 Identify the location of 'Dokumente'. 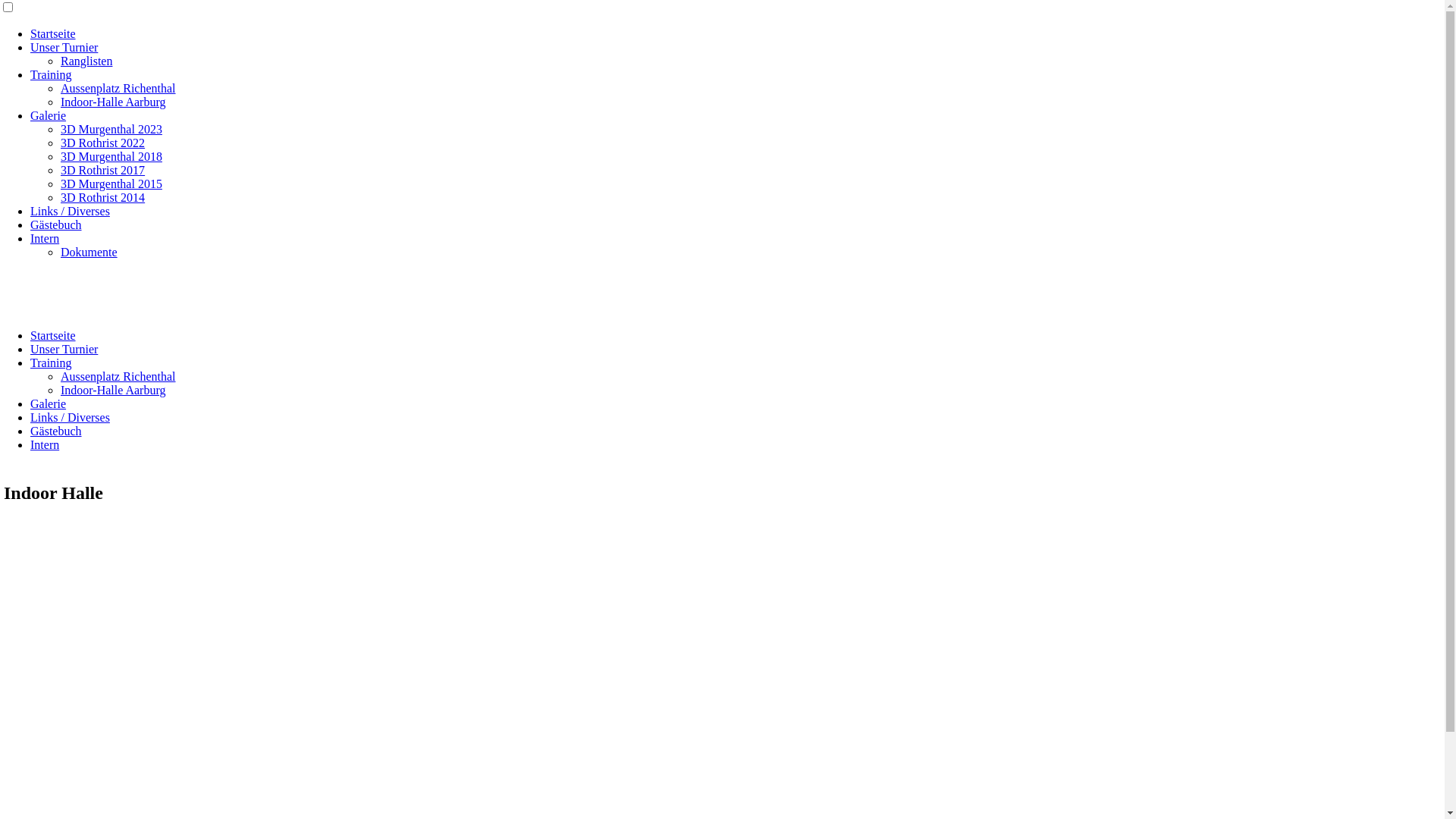
(88, 251).